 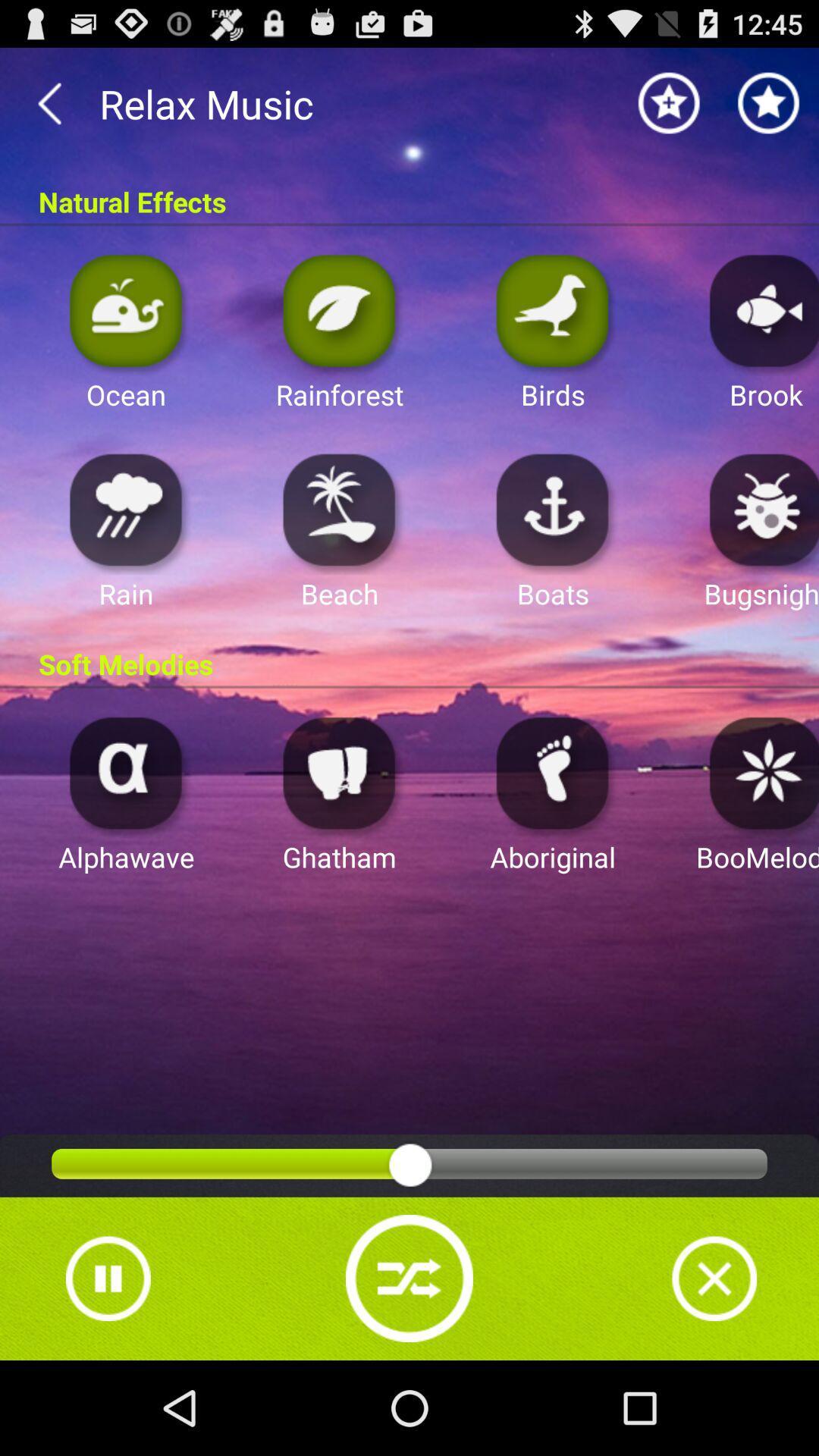 What do you see at coordinates (769, 102) in the screenshot?
I see `to mark it favorite` at bounding box center [769, 102].